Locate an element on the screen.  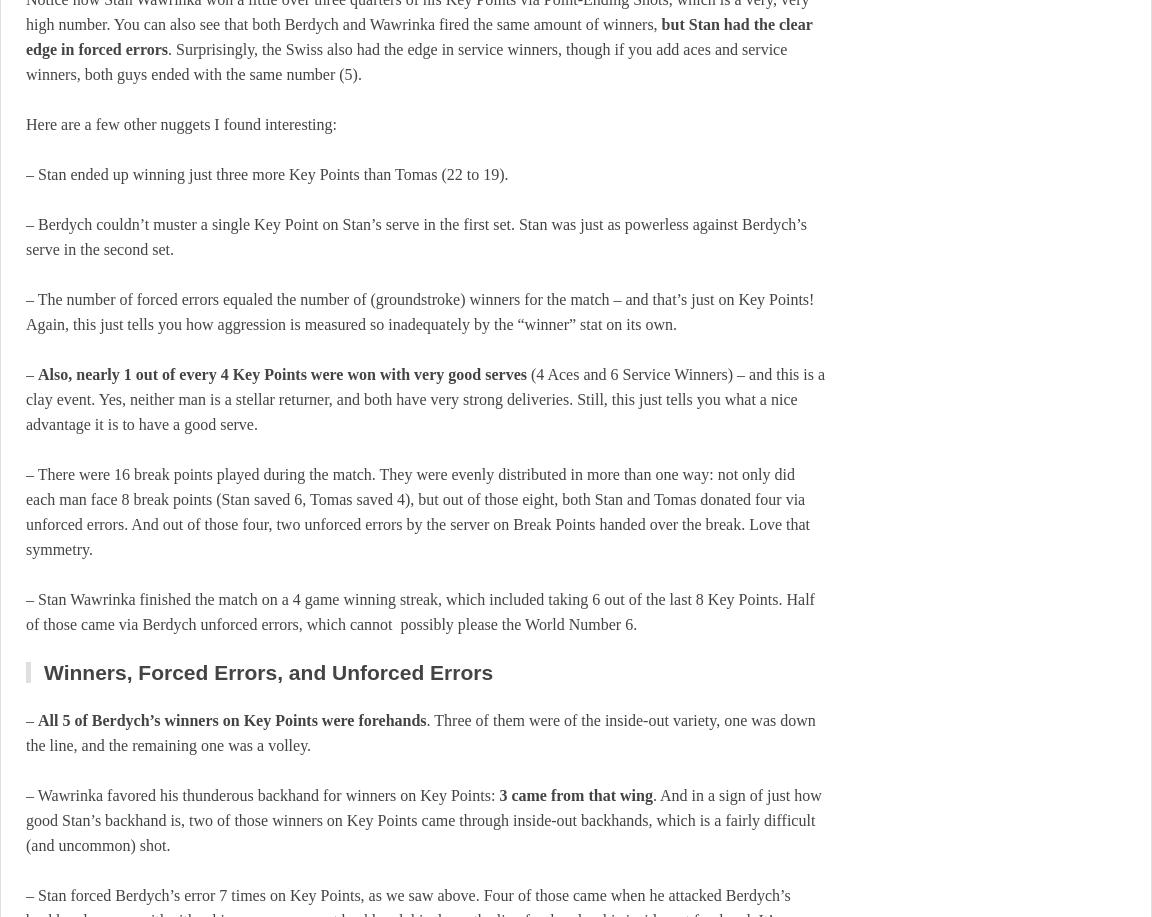
'– Stan ended up winning just three more Key Points than Tomas (22 to 19).' is located at coordinates (25, 174).